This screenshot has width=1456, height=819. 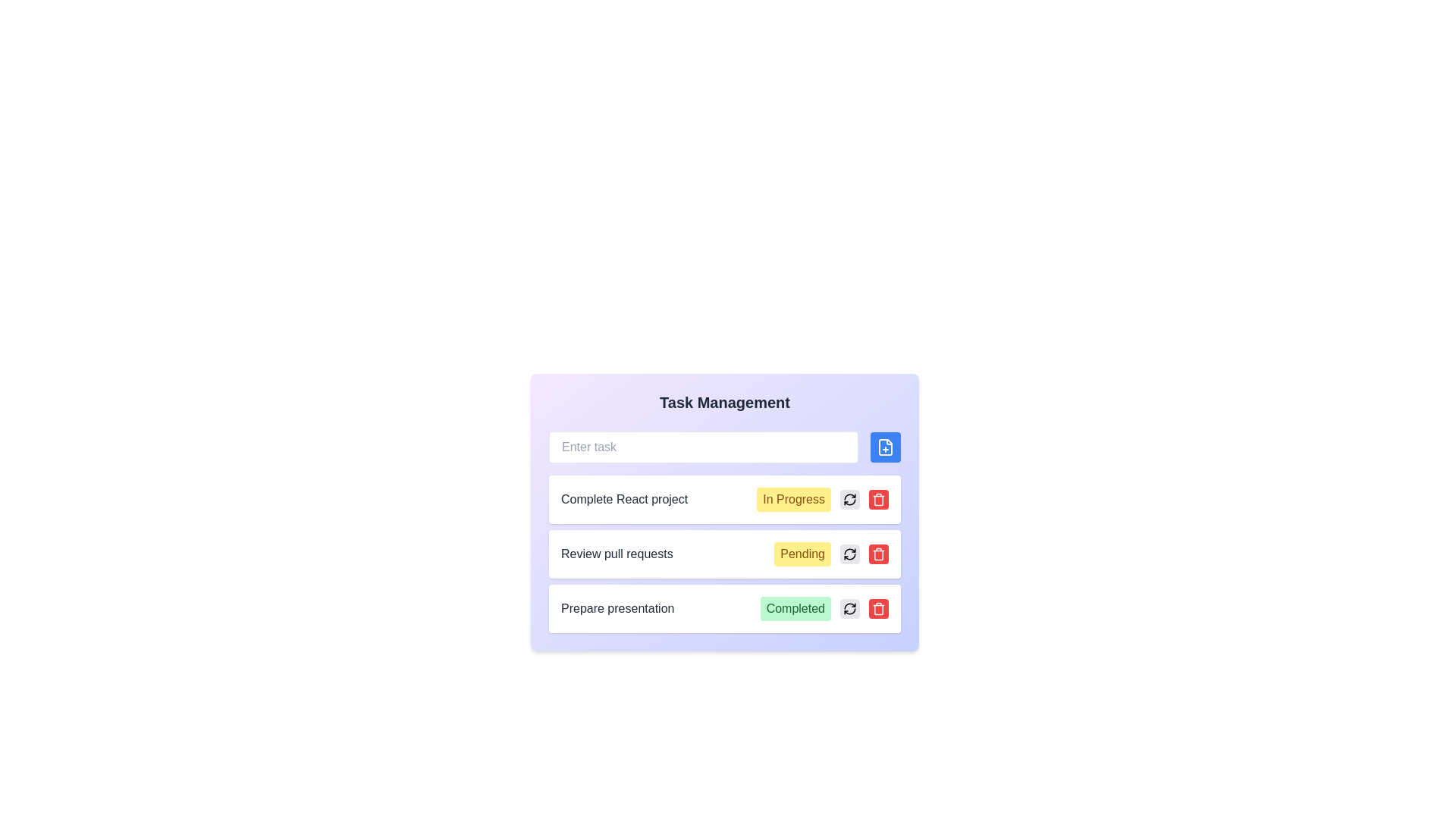 What do you see at coordinates (850, 554) in the screenshot?
I see `the refresh/retry button located in the second row of task entries, next to the 'Pending' status indicator` at bounding box center [850, 554].